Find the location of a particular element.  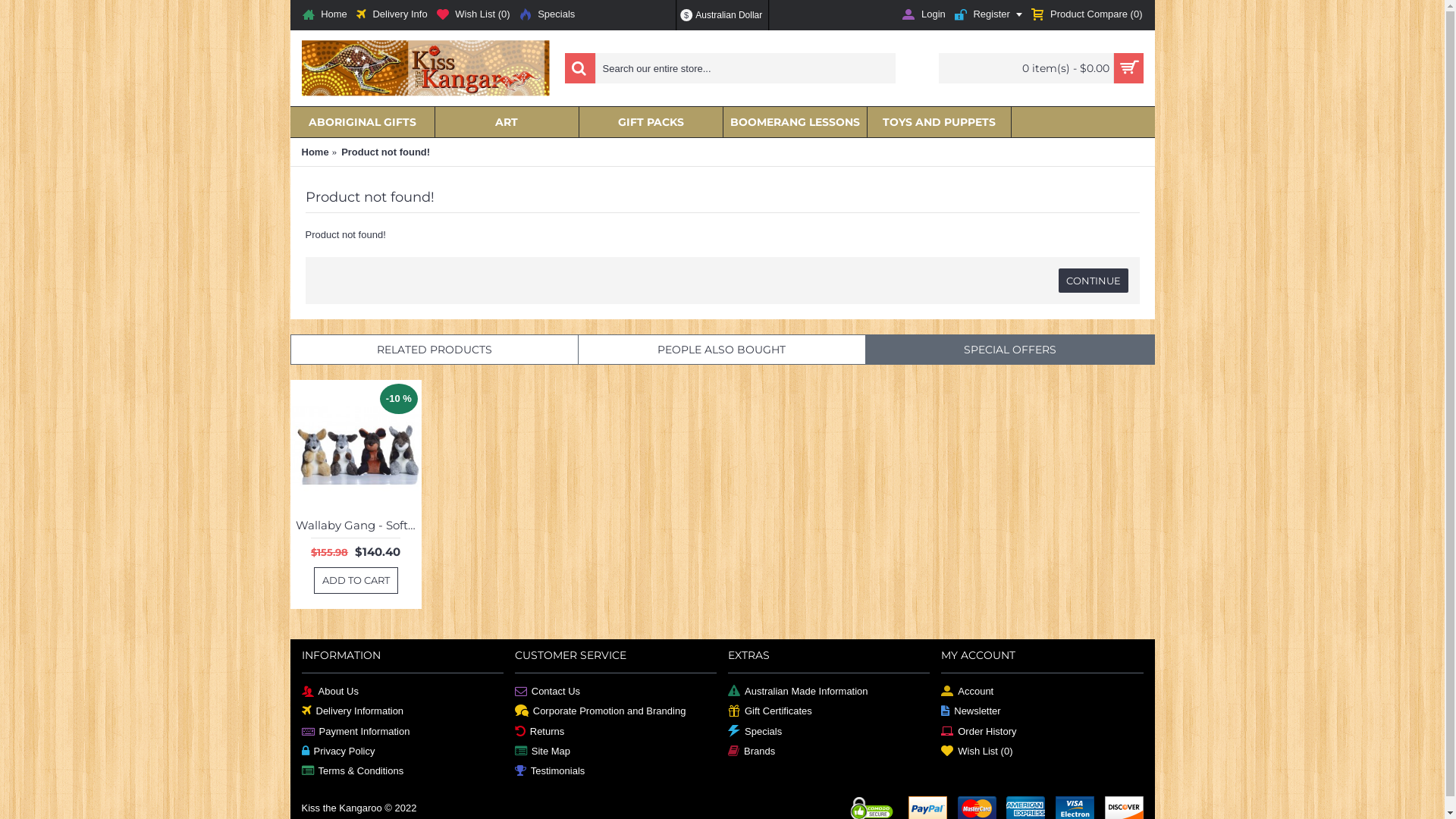

'Contact Us' is located at coordinates (514, 691).